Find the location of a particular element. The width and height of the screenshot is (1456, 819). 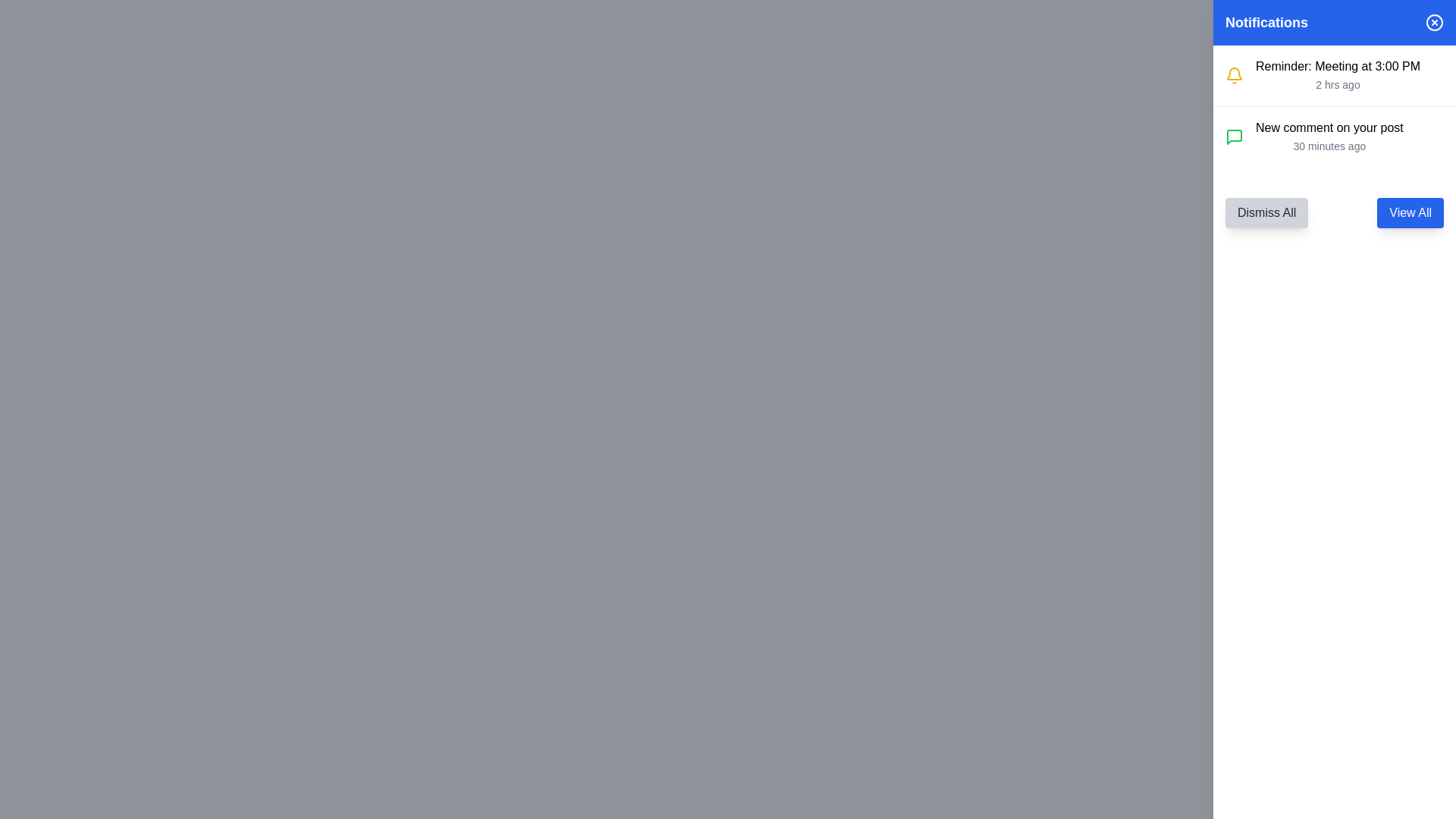

the blue 'View All' button located at the top-right of the notification panel is located at coordinates (1410, 213).